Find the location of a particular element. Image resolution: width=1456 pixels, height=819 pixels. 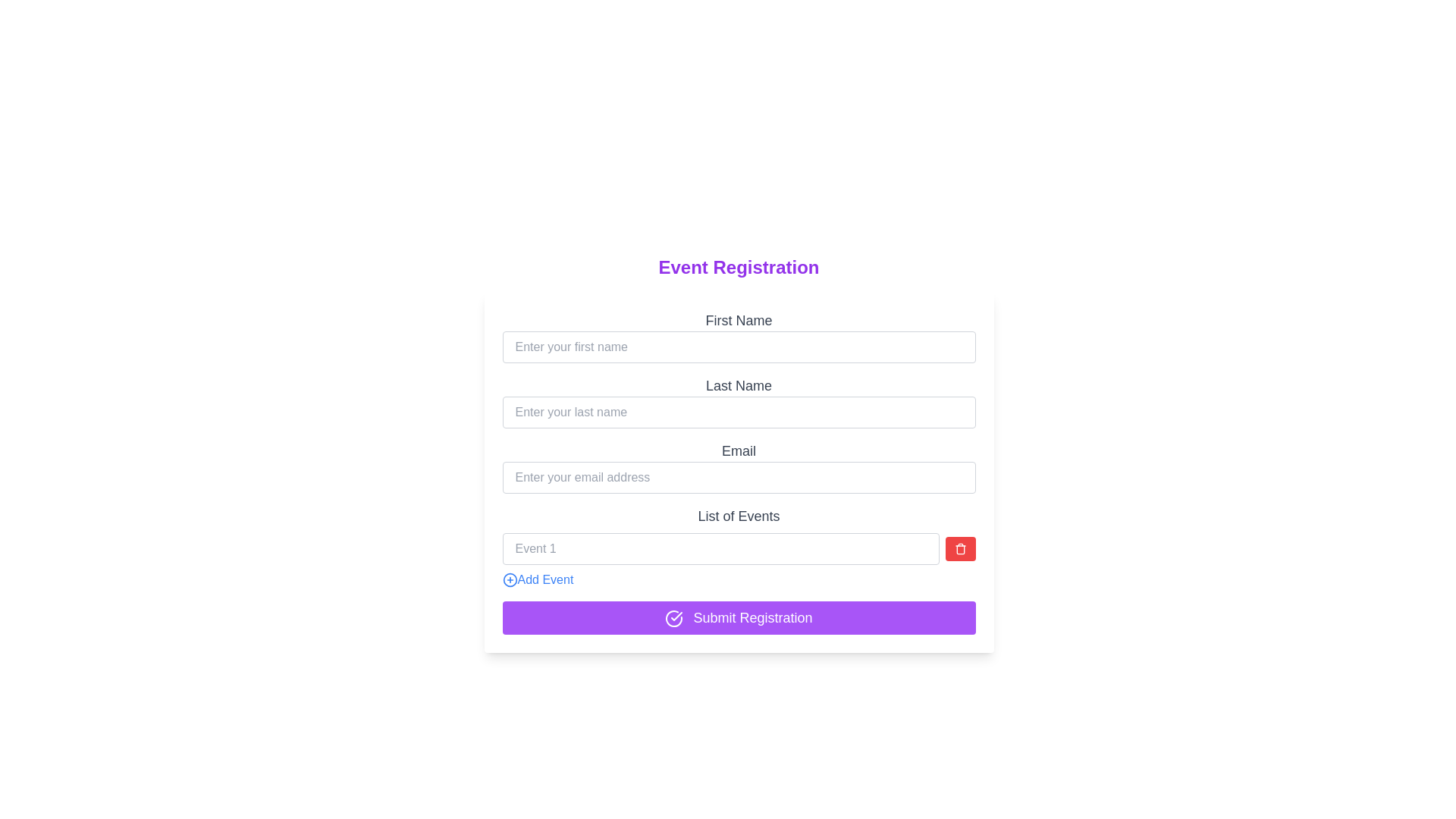

the trash bin icon within the red button located next to the 'Event 1' text field is located at coordinates (959, 549).